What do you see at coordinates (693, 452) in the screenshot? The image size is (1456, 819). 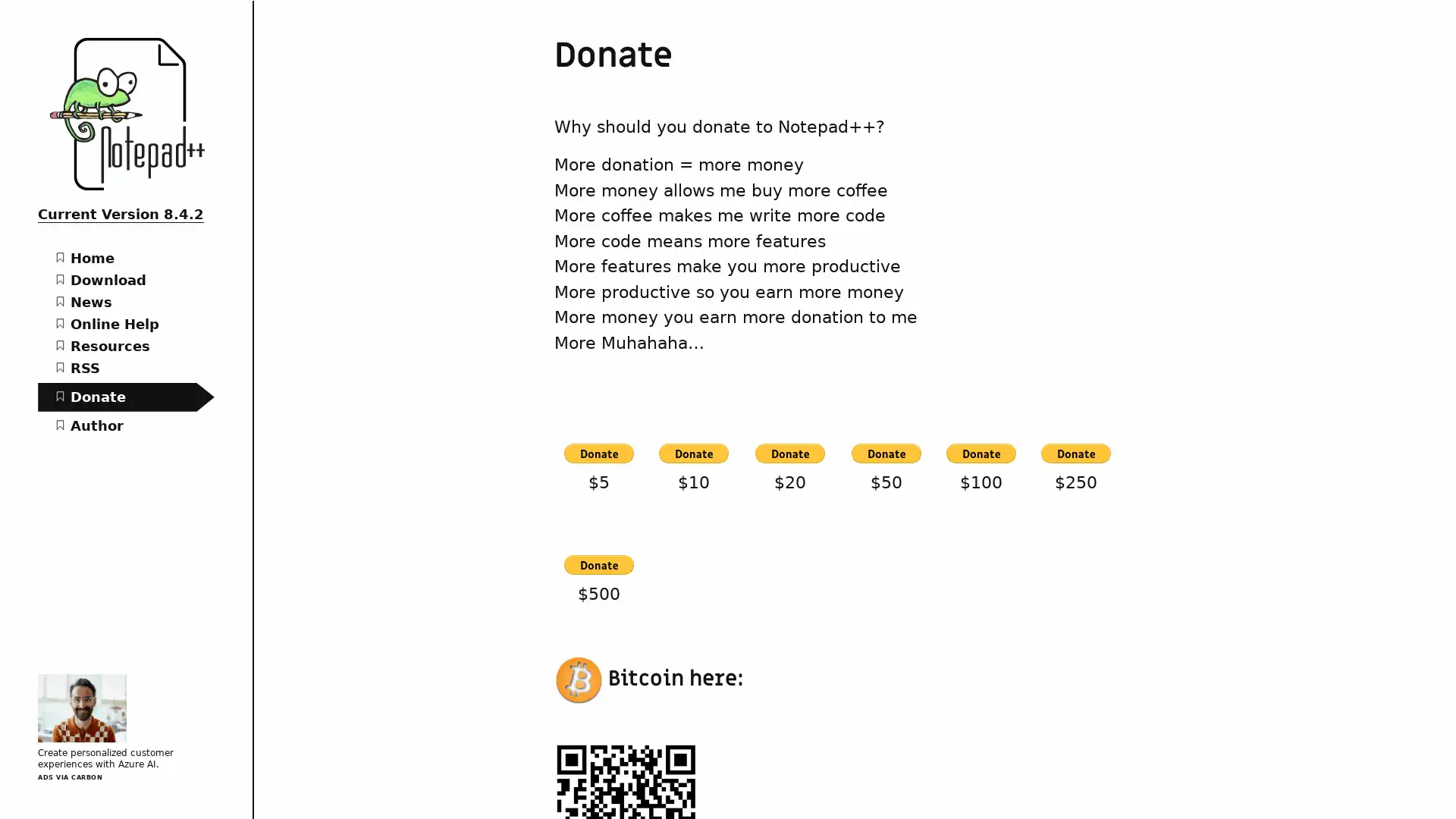 I see `PayPal - The safer, easier way to pay online!` at bounding box center [693, 452].